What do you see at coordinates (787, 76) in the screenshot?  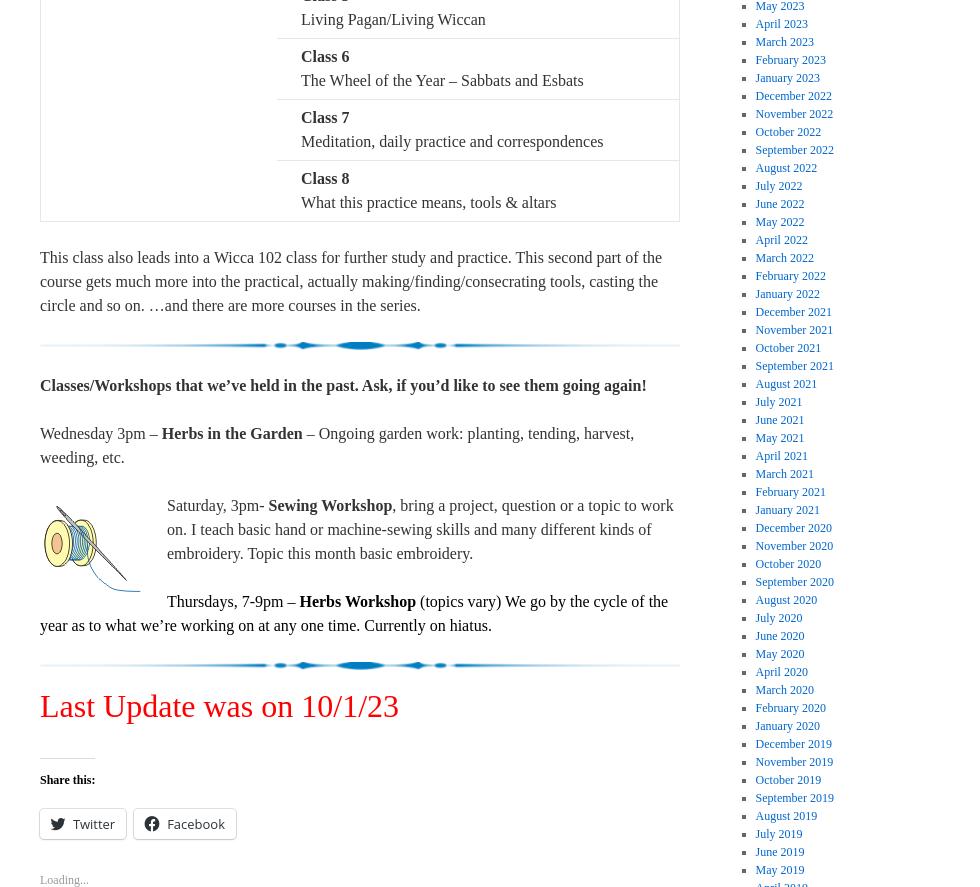 I see `'January 2023'` at bounding box center [787, 76].